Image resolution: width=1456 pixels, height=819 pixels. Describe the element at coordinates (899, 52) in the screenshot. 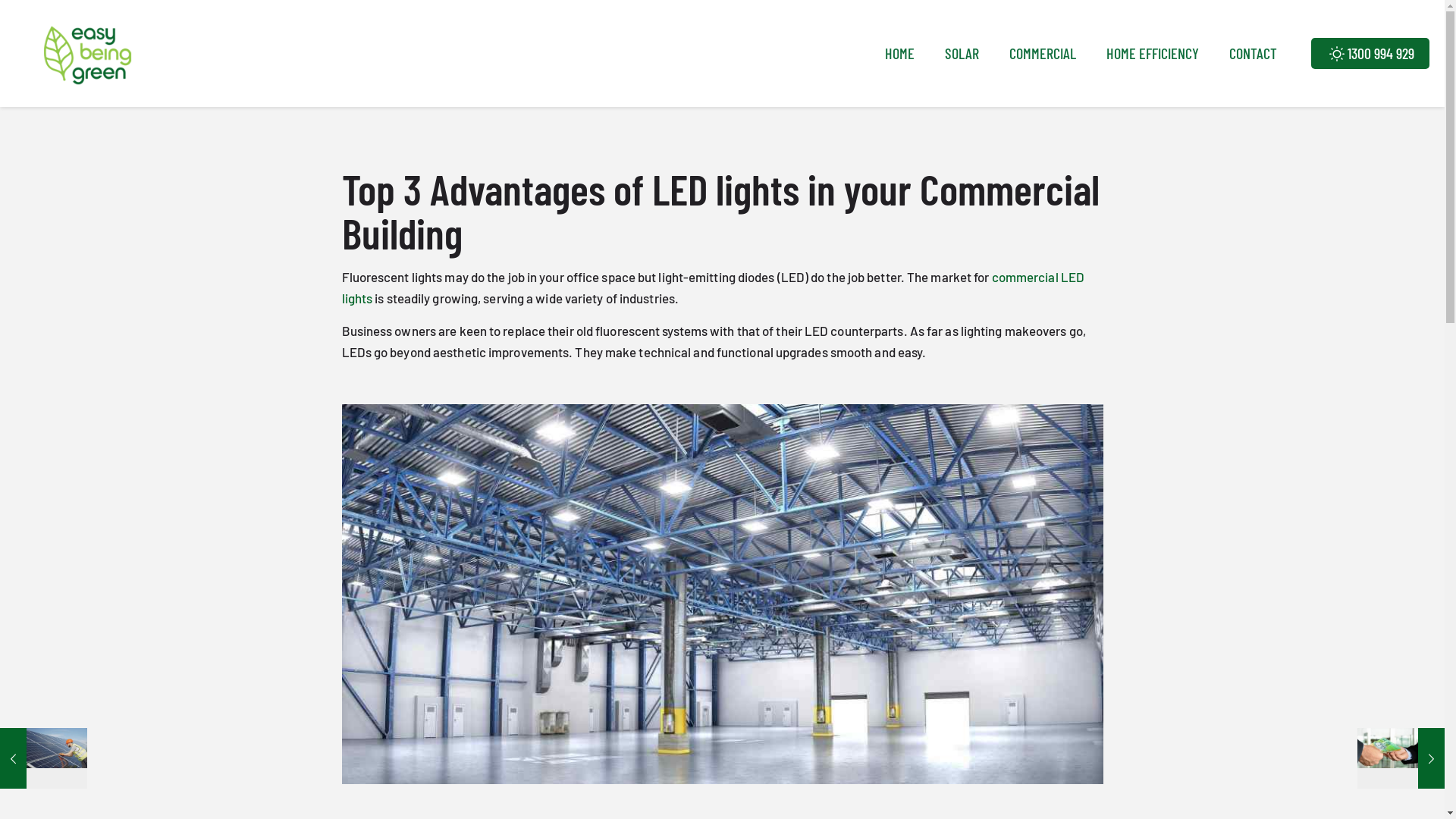

I see `'HOME'` at that location.